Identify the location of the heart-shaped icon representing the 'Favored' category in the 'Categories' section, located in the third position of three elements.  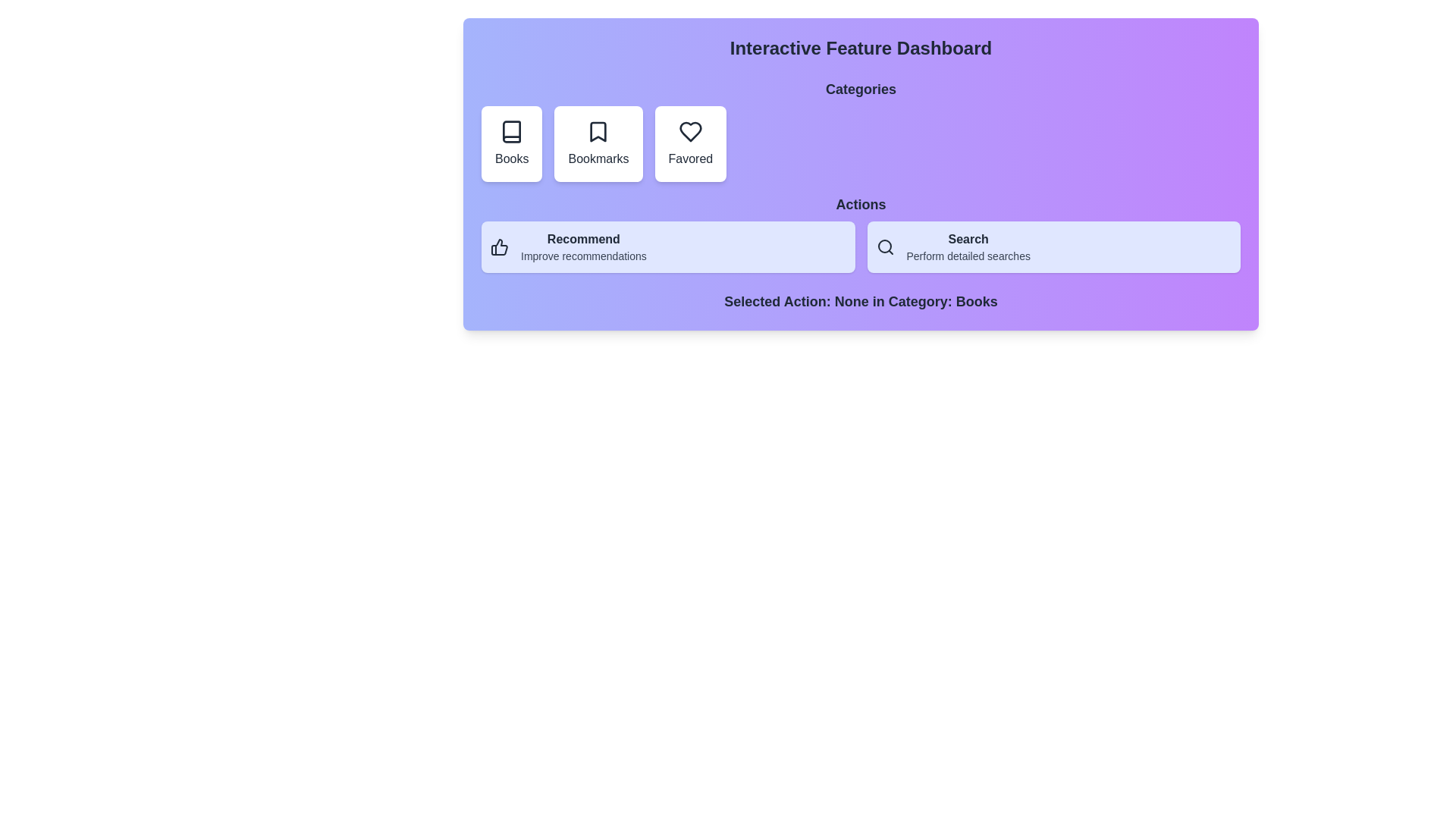
(689, 130).